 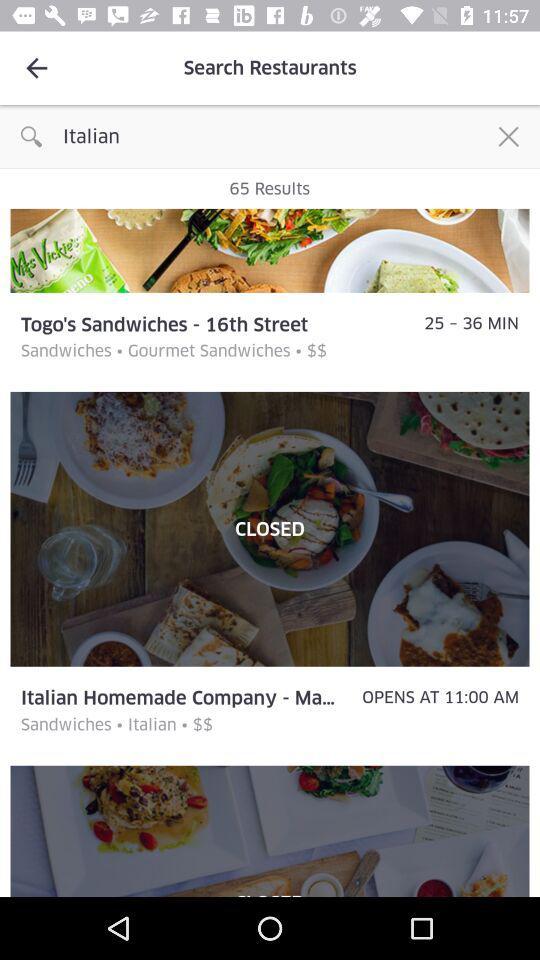 I want to click on the icon next to the italian item, so click(x=508, y=135).